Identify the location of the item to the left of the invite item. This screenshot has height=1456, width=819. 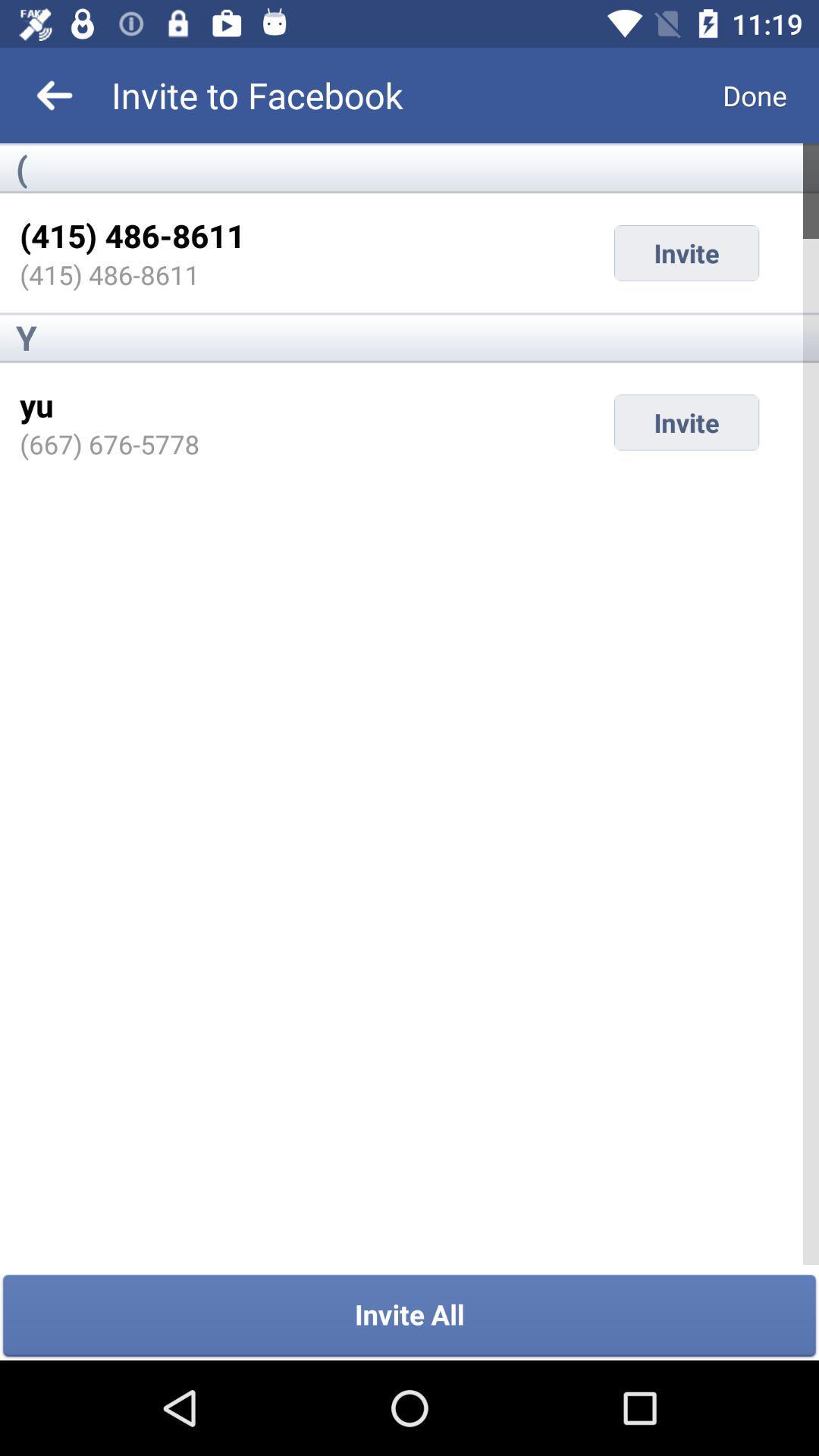
(108, 443).